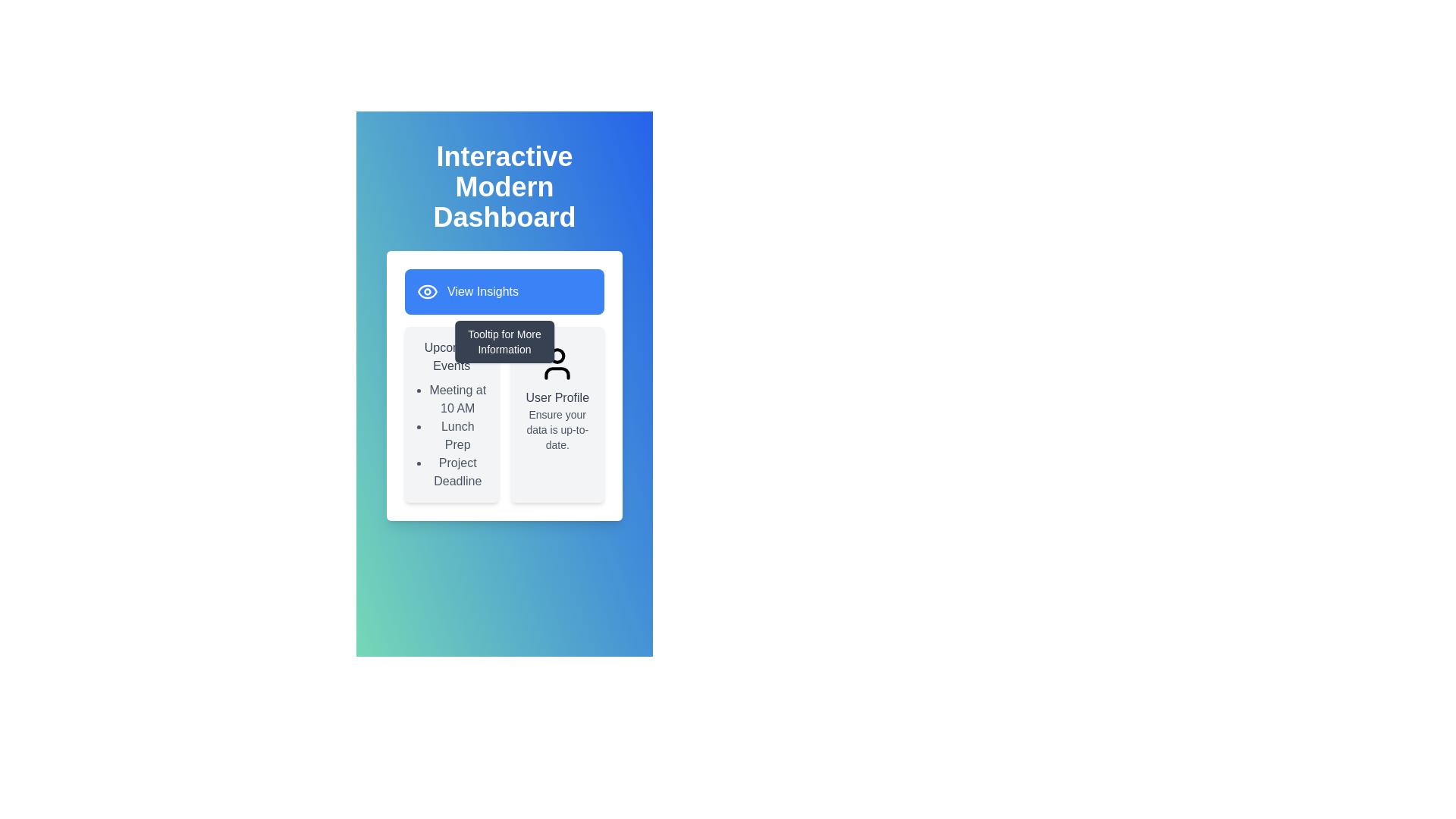 Image resolution: width=1456 pixels, height=819 pixels. What do you see at coordinates (450, 415) in the screenshot?
I see `text contained in the informational card titled 'Upcoming Events', which includes a list of events such as 'Meeting at 10 AM', 'Lunch Prep', and 'Project Deadline'` at bounding box center [450, 415].